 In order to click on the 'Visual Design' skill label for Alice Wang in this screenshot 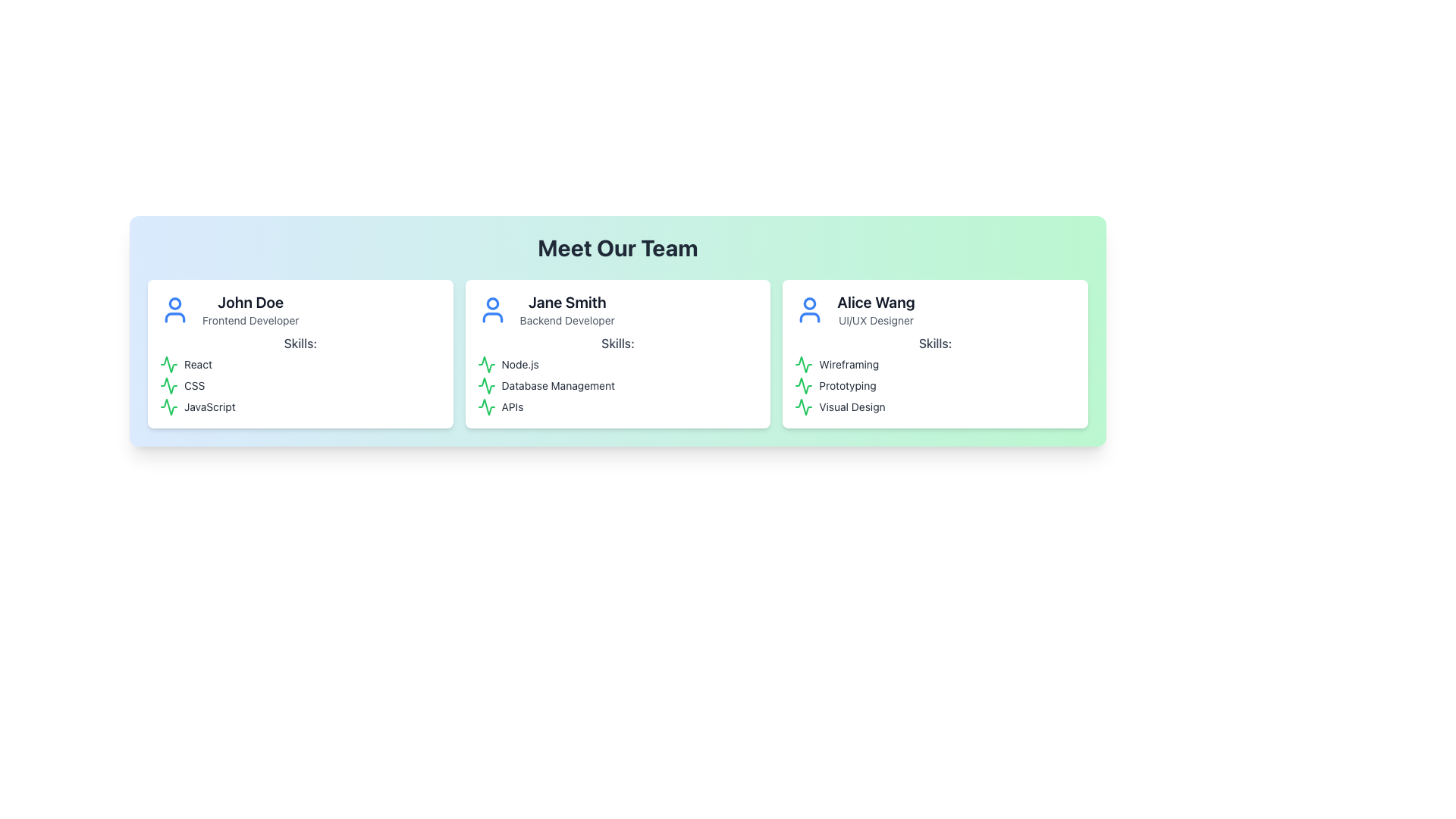, I will do `click(934, 406)`.